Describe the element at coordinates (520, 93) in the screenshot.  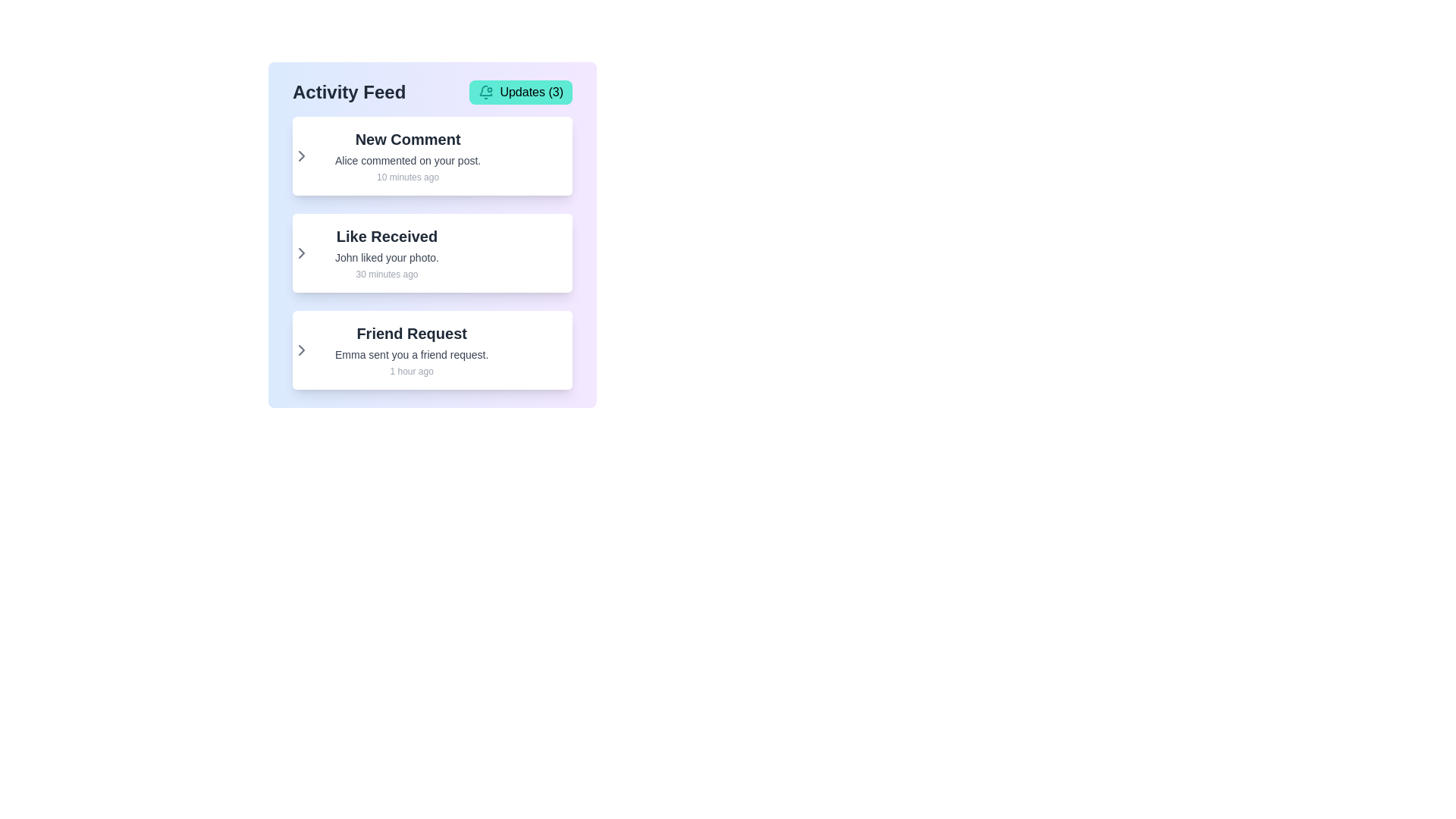
I see `the 'Updates' button to open the updates section` at that location.